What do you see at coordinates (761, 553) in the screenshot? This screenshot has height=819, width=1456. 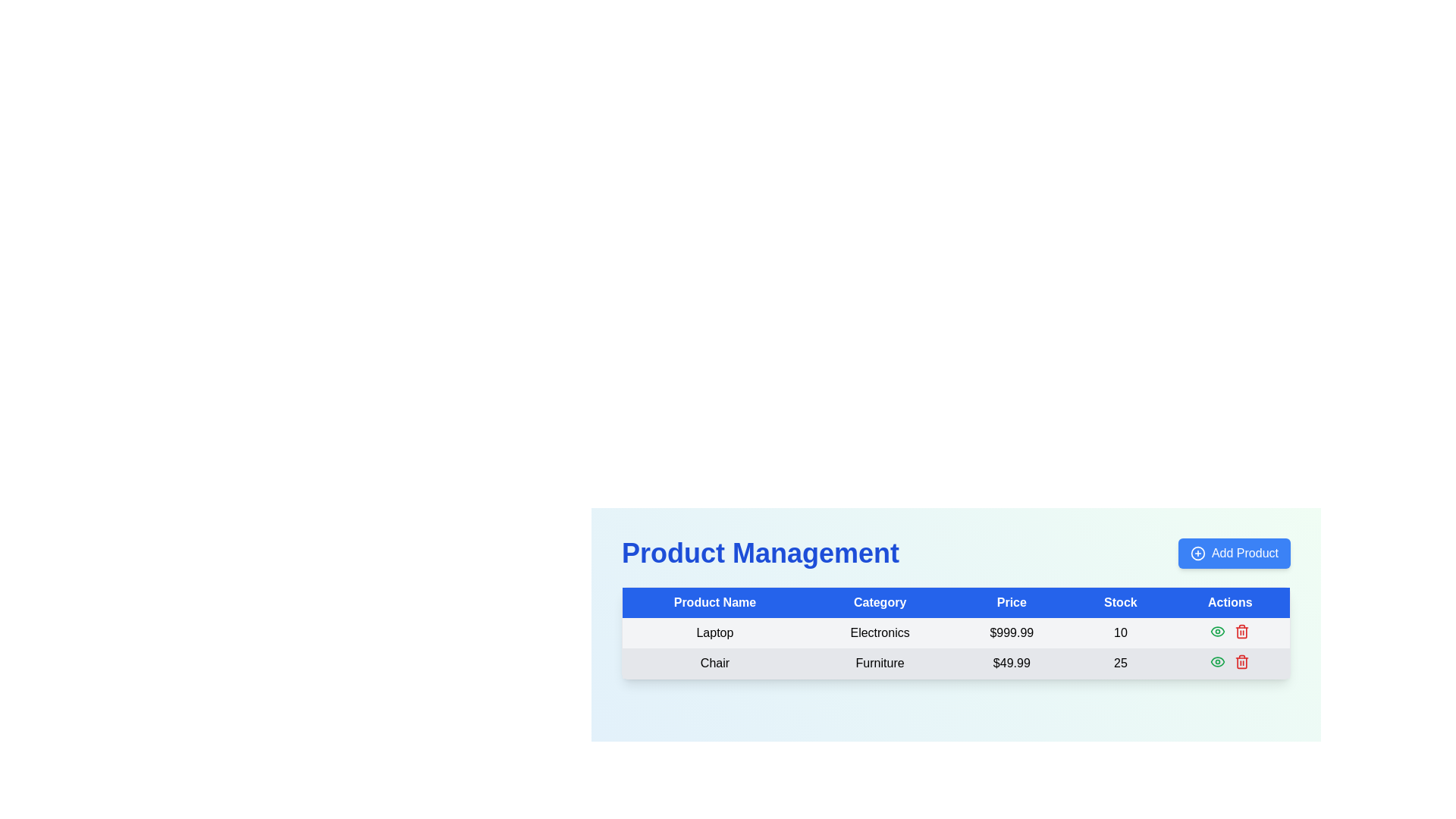 I see `the large, bold, blue text label reading 'Product Management' if it is accessible` at bounding box center [761, 553].